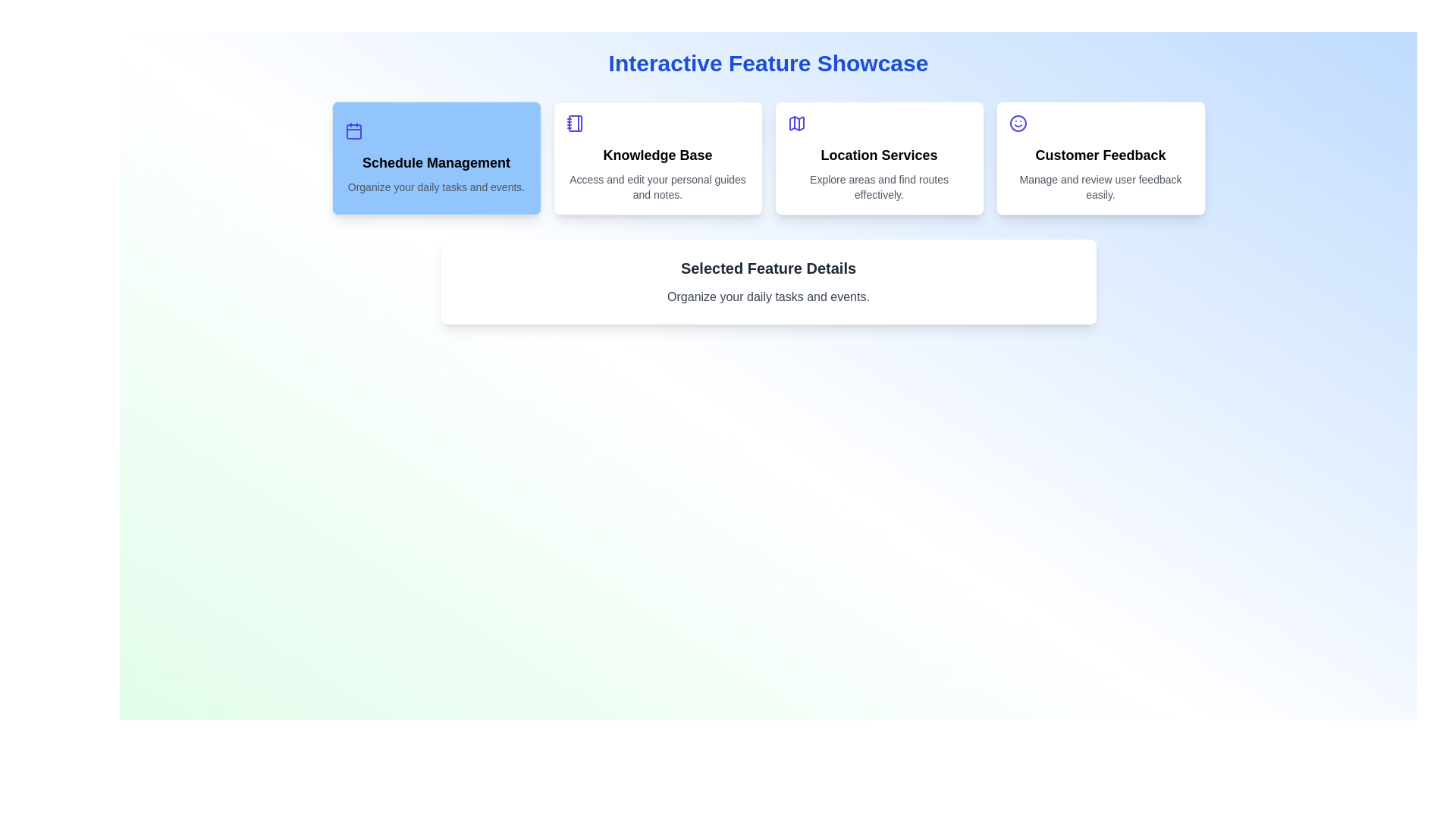 Image resolution: width=1456 pixels, height=819 pixels. Describe the element at coordinates (1100, 186) in the screenshot. I see `the text element displaying 'Manage and review user feedback easily.' located at the bottom of the 'Customer Feedback' card` at that location.